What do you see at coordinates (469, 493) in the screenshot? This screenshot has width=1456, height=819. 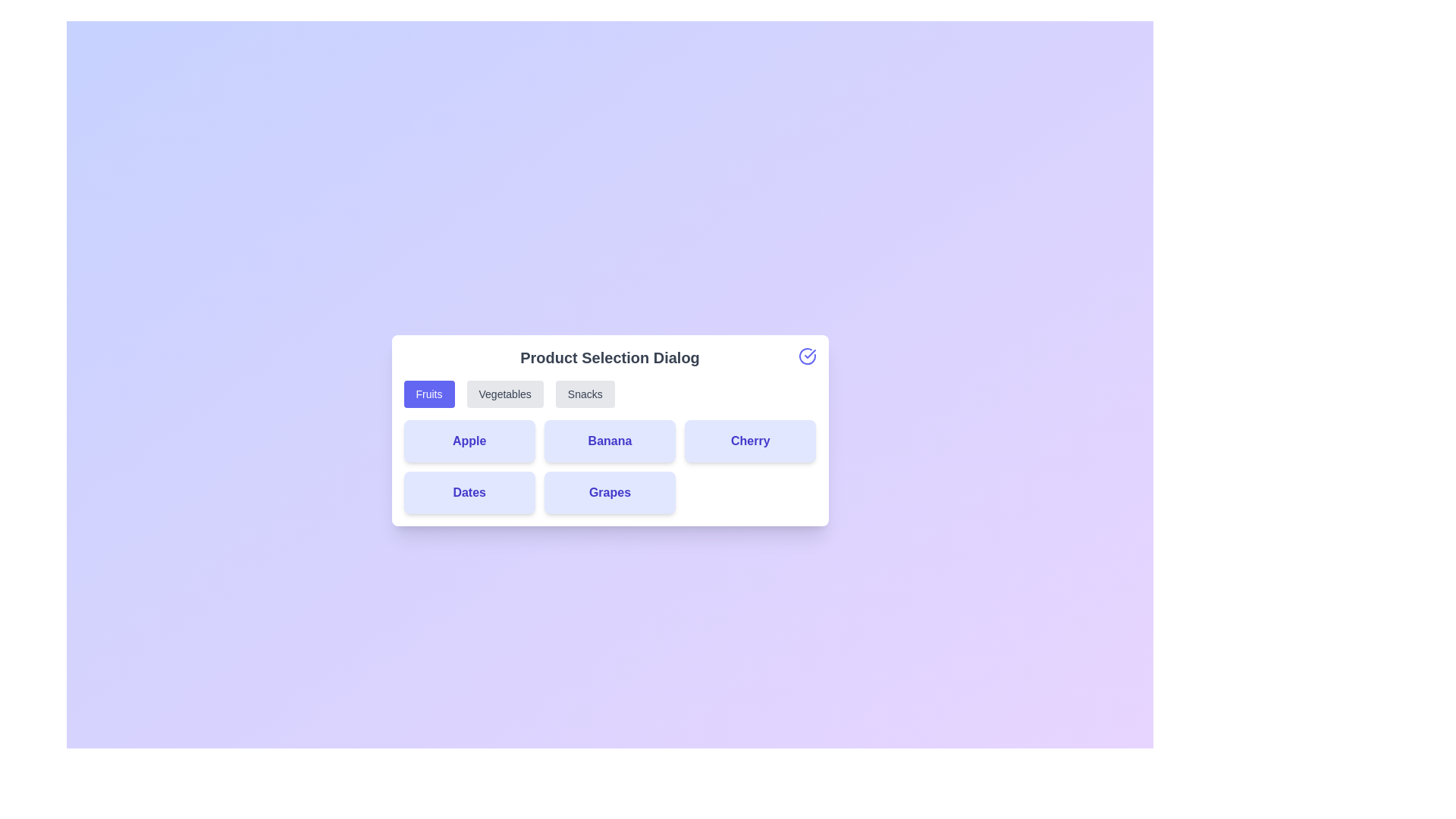 I see `the product card labeled Dates` at bounding box center [469, 493].